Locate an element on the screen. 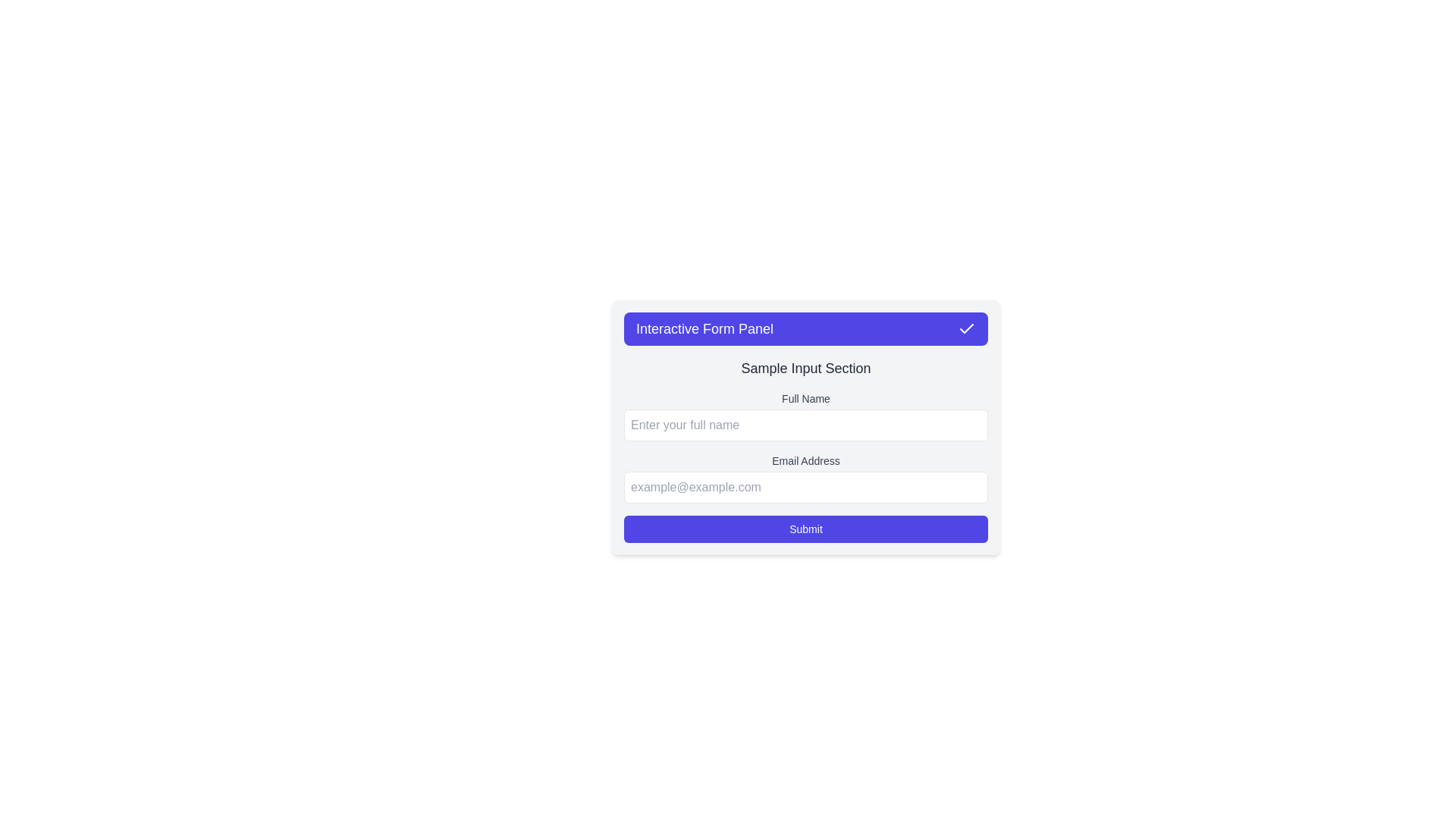 The image size is (1456, 819). the small vector graphic checkmark located in the top-right corner of the 'Interactive Form Panel' header section is located at coordinates (966, 328).